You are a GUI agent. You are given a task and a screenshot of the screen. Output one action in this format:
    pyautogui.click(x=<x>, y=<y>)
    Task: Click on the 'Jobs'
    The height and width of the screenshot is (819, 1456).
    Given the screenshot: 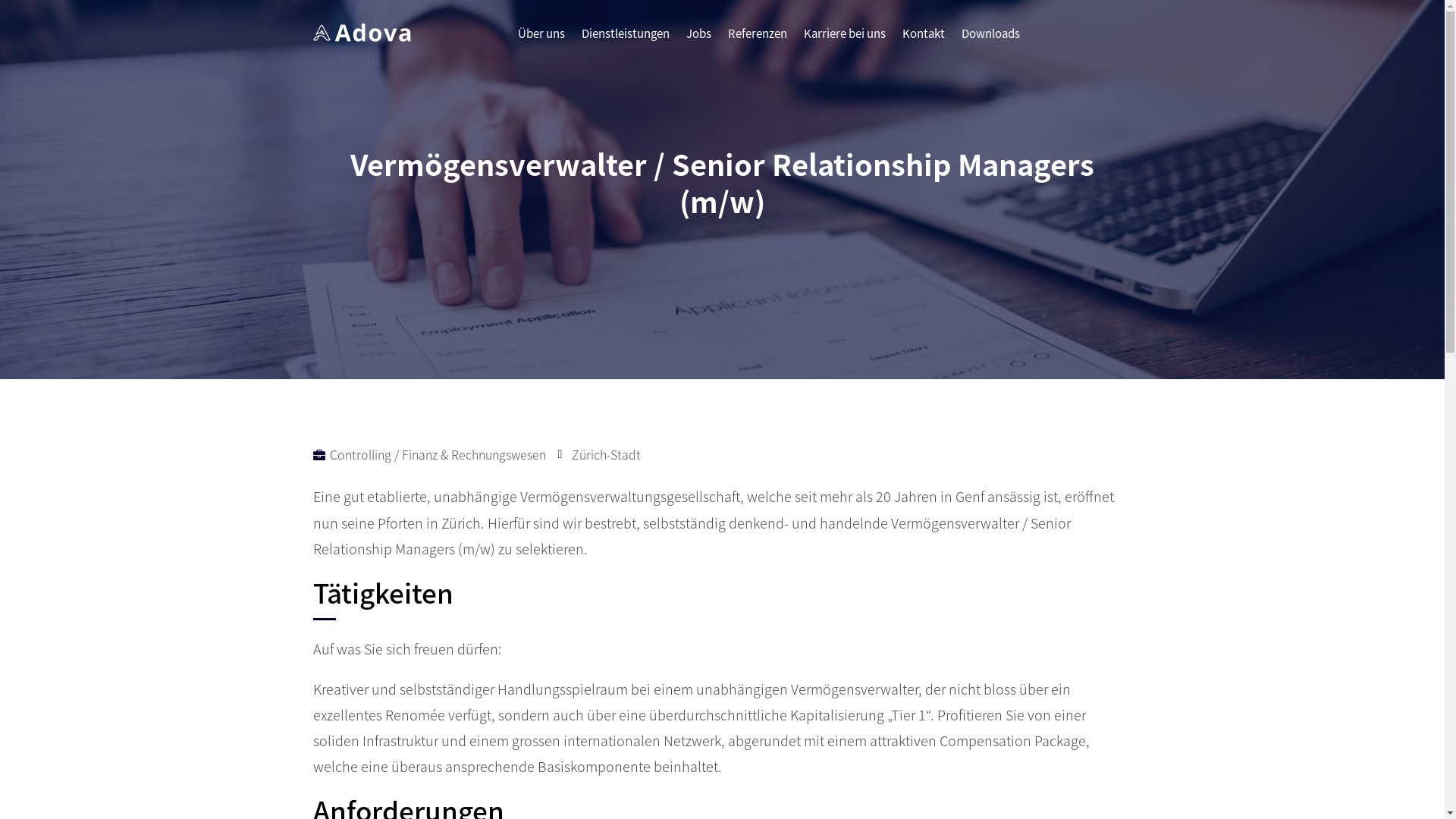 What is the action you would take?
    pyautogui.click(x=697, y=38)
    